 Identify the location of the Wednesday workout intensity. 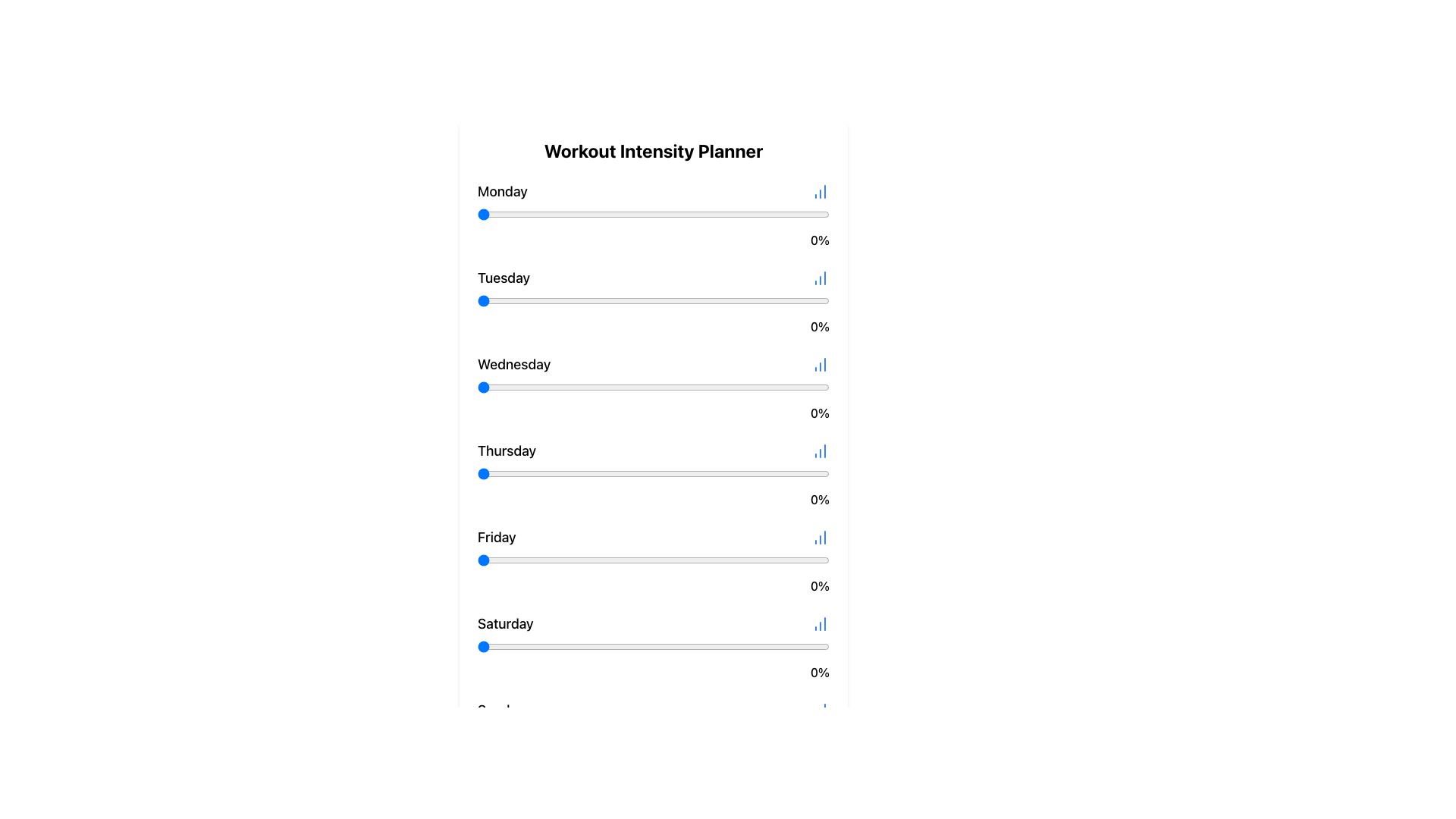
(734, 386).